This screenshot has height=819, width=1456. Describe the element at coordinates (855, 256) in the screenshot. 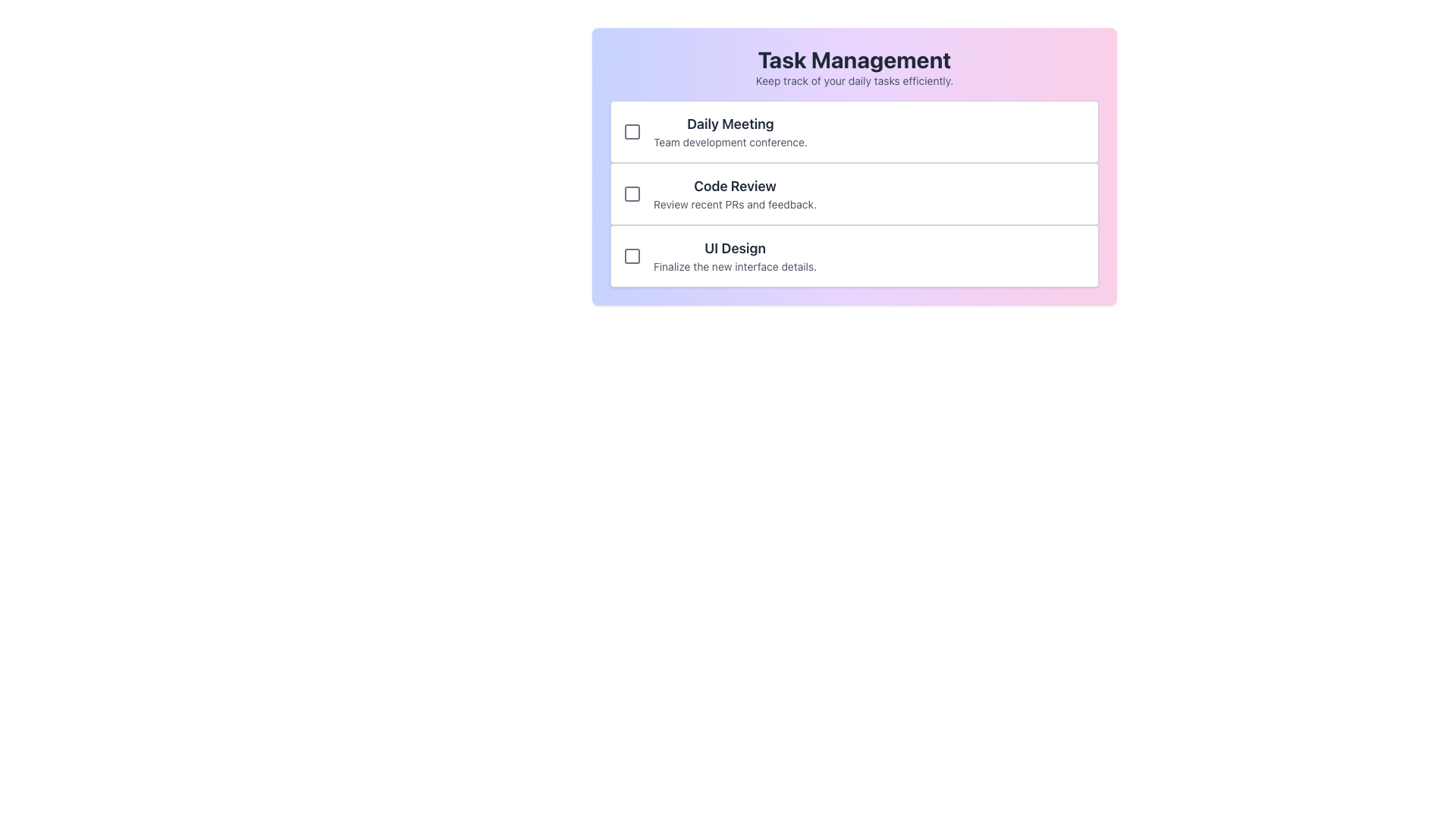

I see `the checkbox of the task list item labeled 'UI Design' to mark it as completed` at that location.